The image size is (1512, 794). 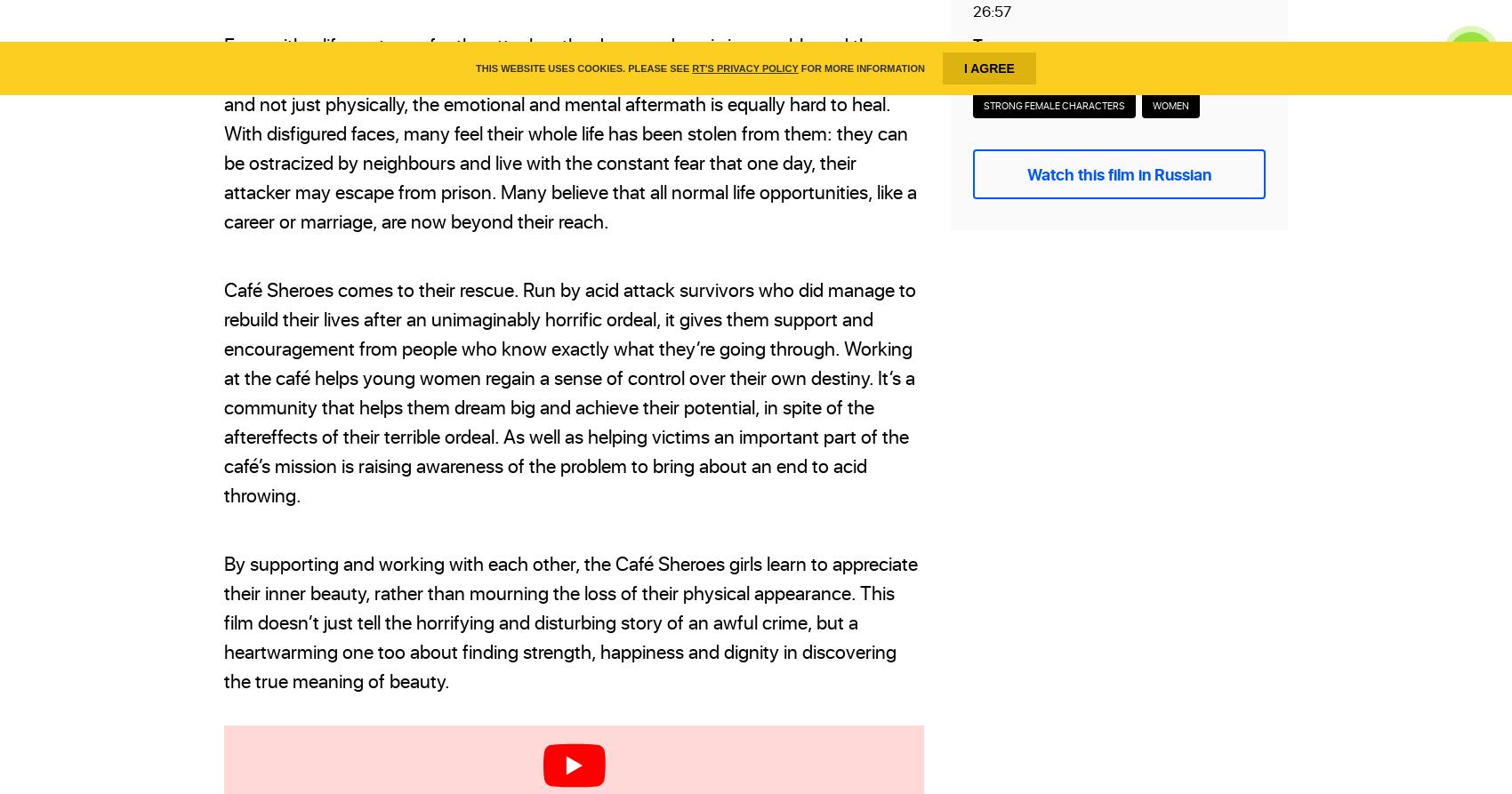 What do you see at coordinates (1170, 104) in the screenshot?
I see `'Women'` at bounding box center [1170, 104].